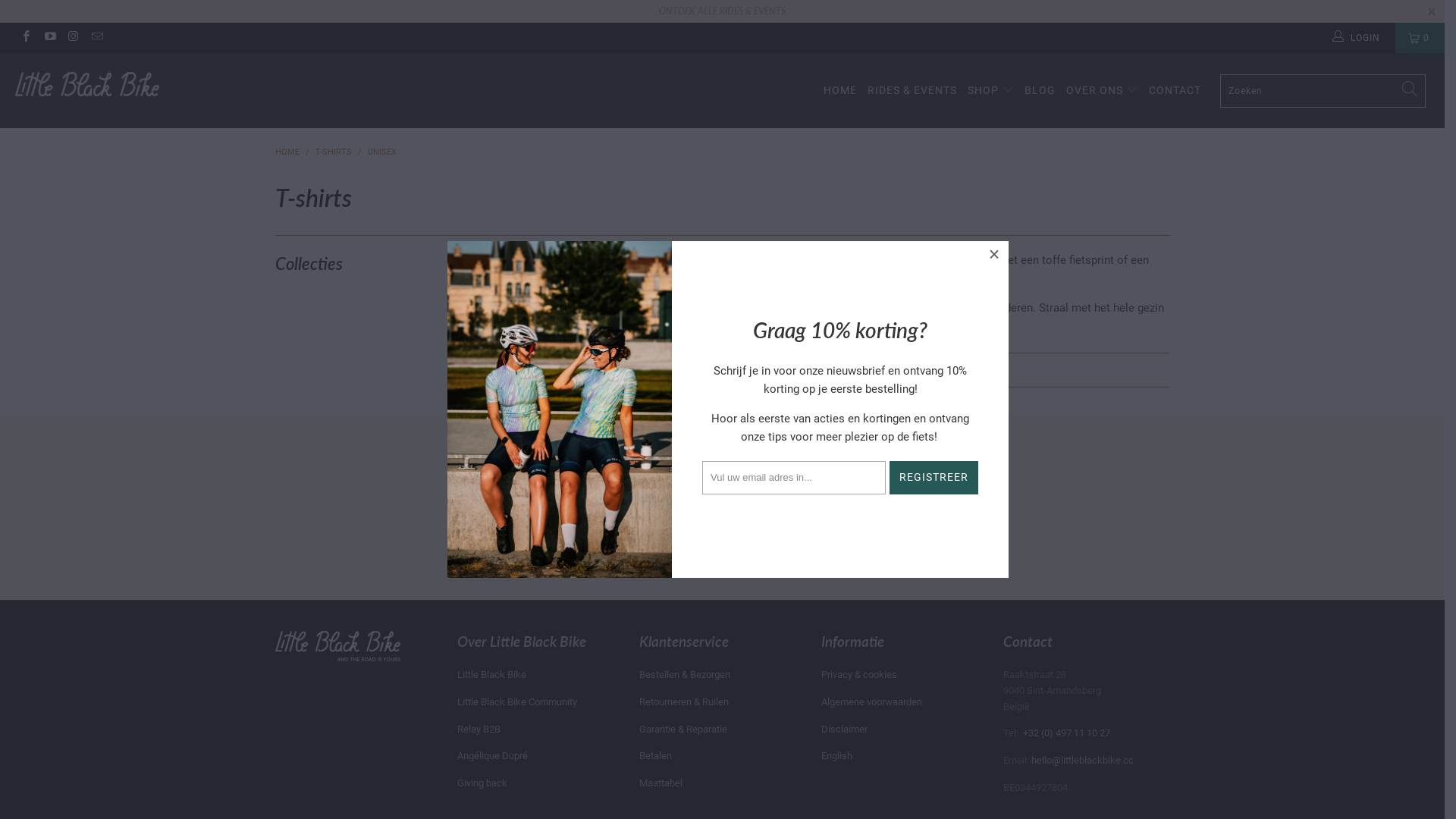 This screenshot has width=1456, height=819. I want to click on 'Maattabel', so click(638, 783).